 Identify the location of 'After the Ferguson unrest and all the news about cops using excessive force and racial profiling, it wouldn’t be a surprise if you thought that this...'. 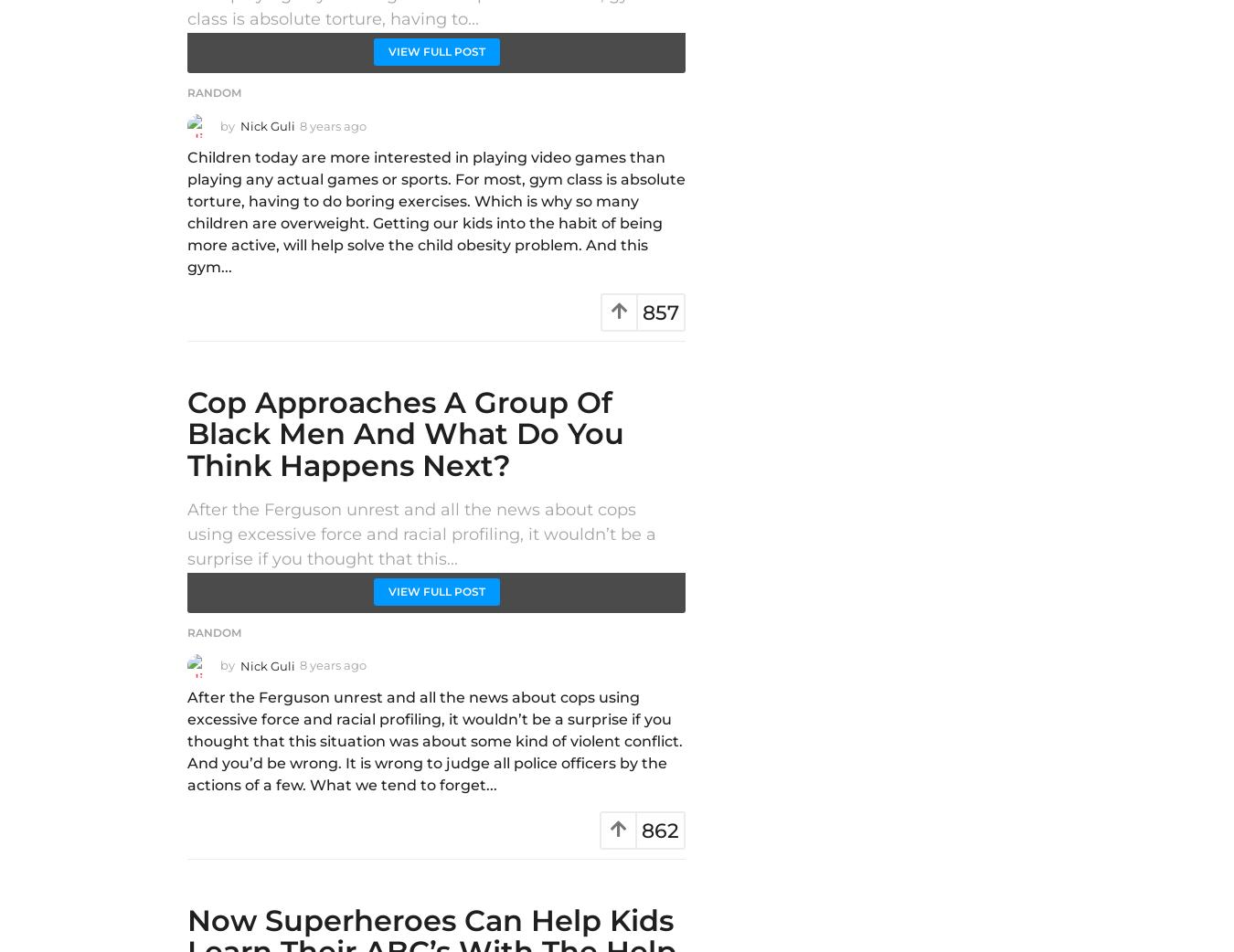
(420, 533).